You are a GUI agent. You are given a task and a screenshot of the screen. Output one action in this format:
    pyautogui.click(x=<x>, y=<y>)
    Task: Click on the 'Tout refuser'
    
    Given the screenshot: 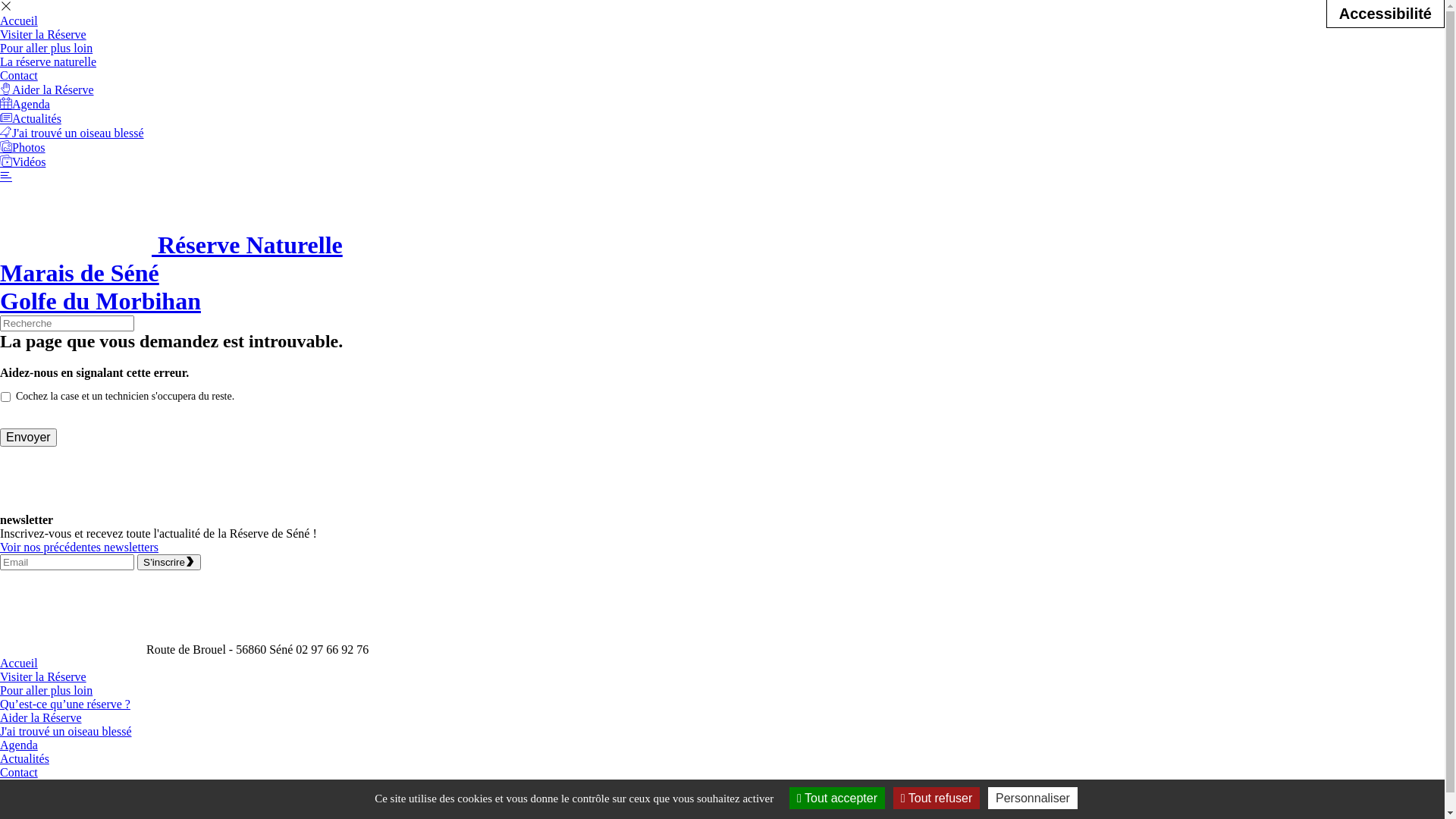 What is the action you would take?
    pyautogui.click(x=935, y=797)
    